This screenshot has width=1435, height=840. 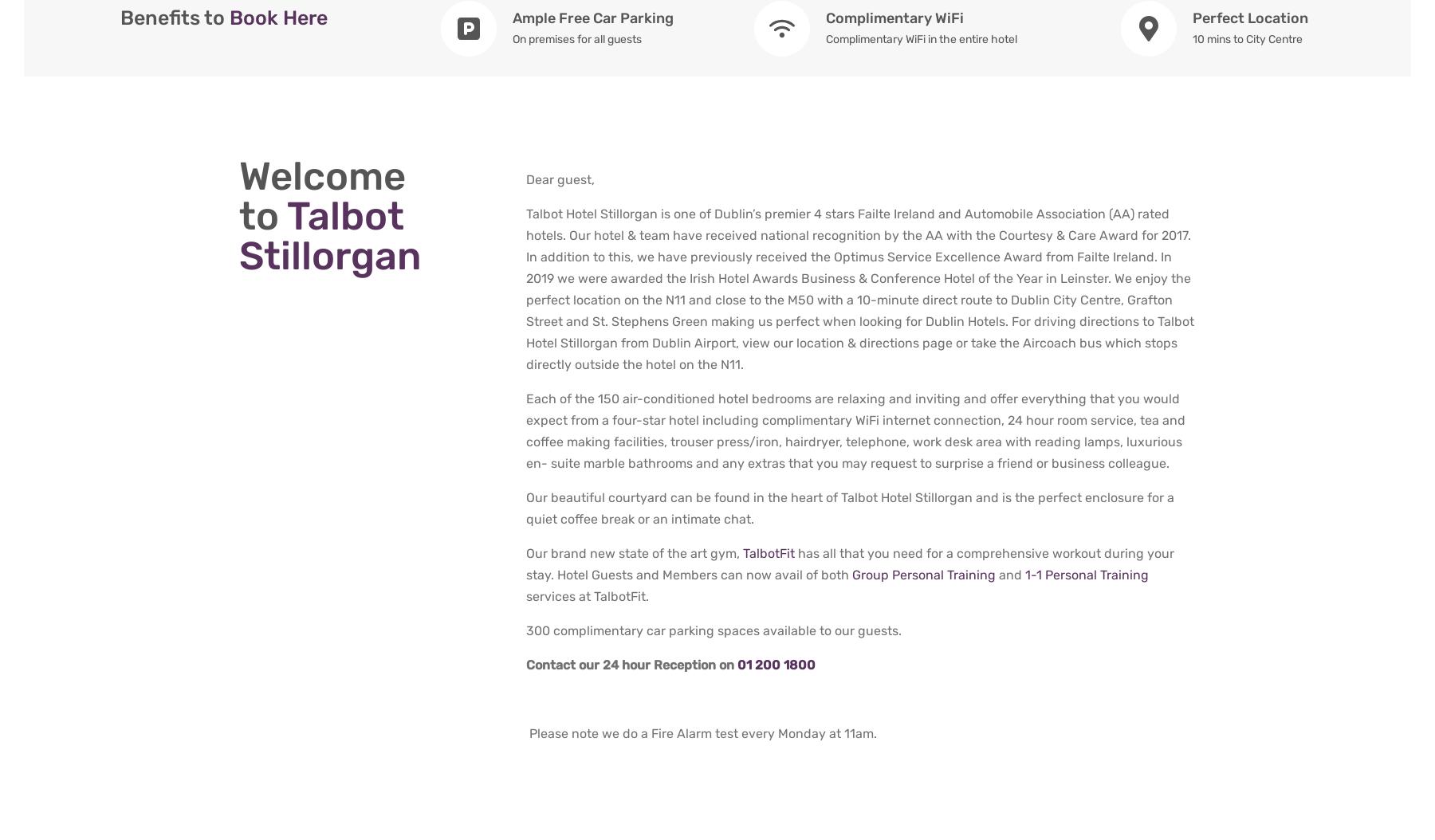 I want to click on 'Talbot Stillorgan', so click(x=330, y=234).